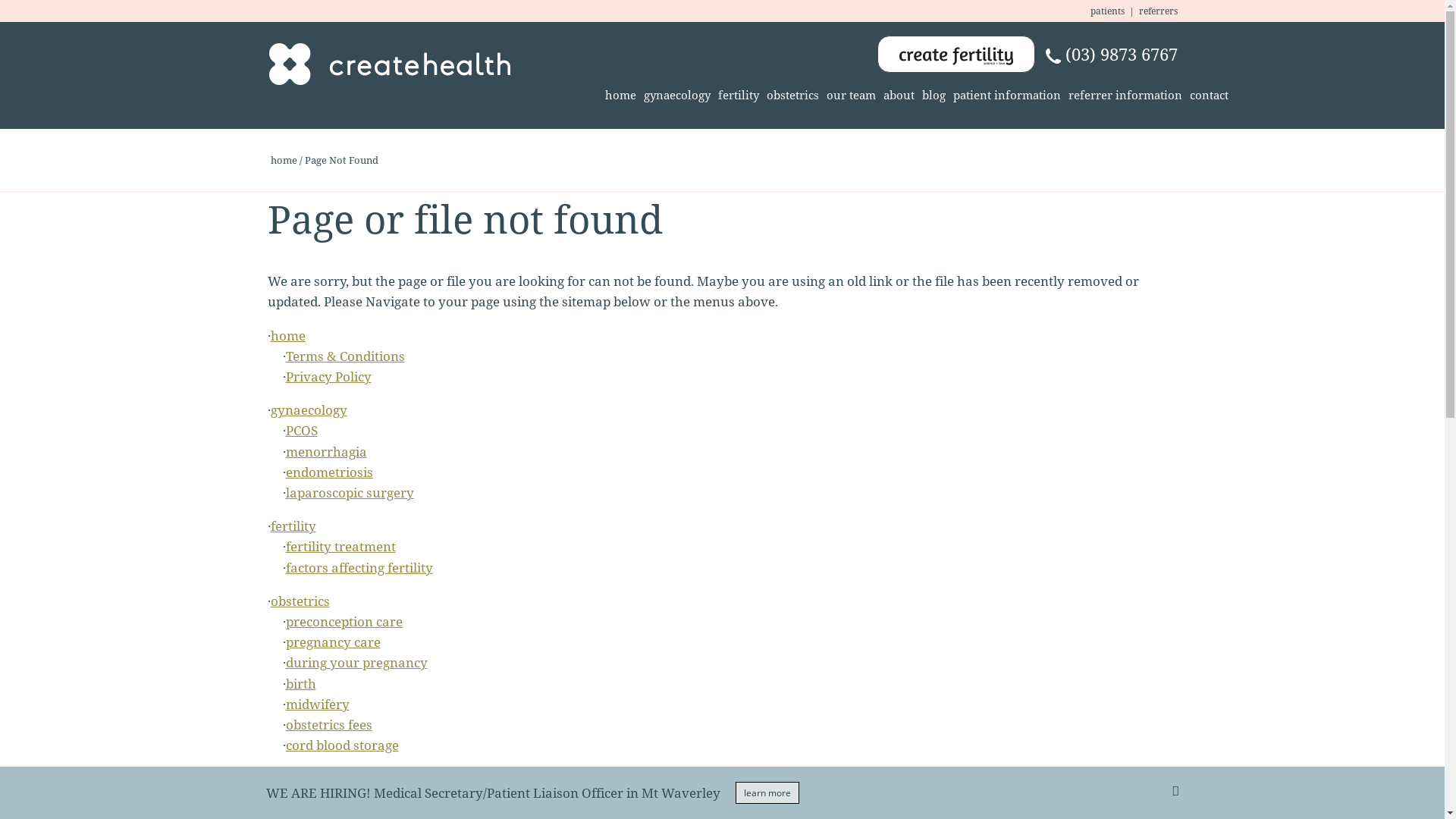  Describe the element at coordinates (821, 96) in the screenshot. I see `'our team'` at that location.